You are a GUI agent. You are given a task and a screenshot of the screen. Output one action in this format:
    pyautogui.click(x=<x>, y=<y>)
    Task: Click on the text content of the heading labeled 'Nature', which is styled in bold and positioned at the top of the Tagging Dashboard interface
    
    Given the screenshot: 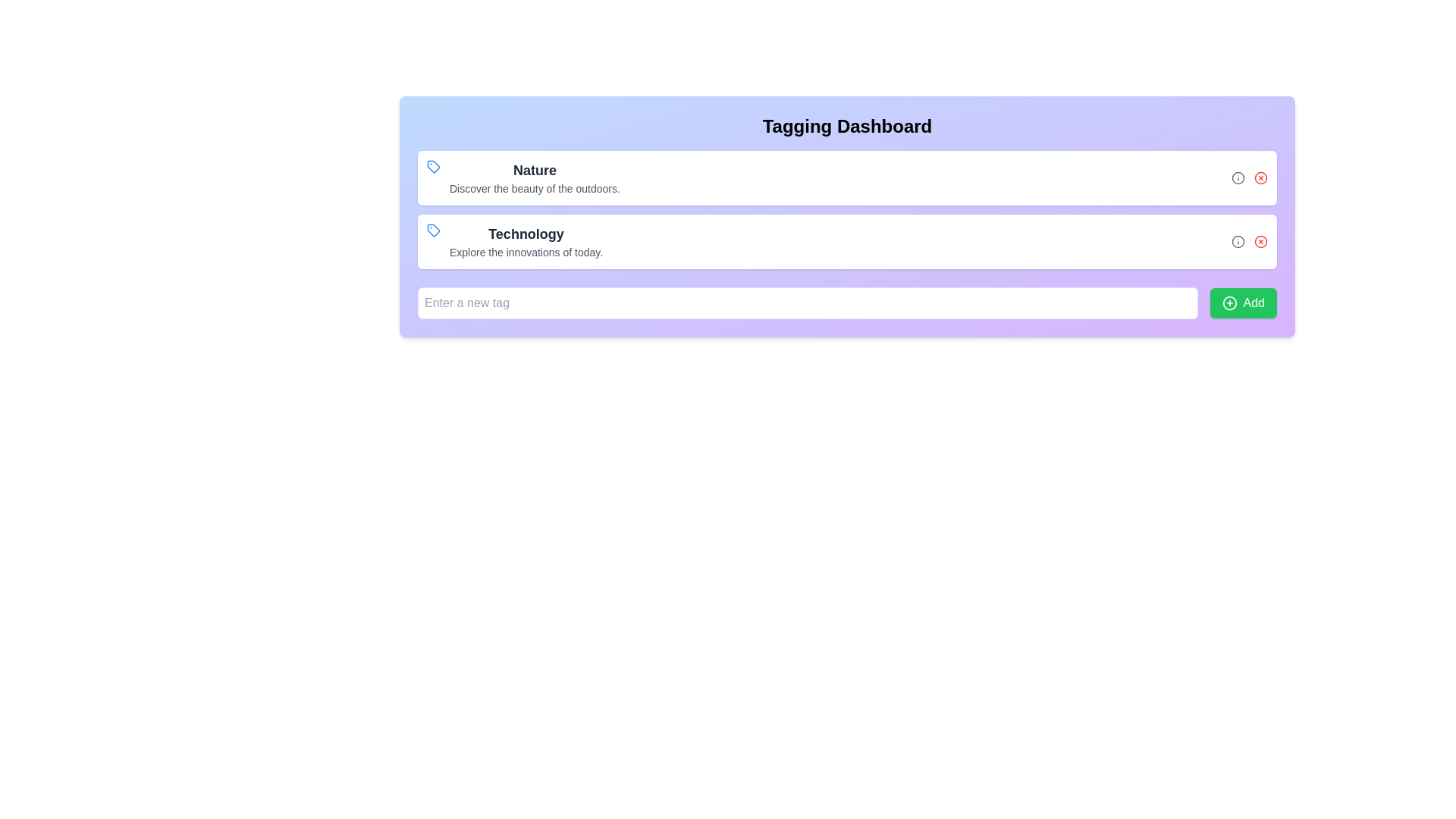 What is the action you would take?
    pyautogui.click(x=535, y=170)
    